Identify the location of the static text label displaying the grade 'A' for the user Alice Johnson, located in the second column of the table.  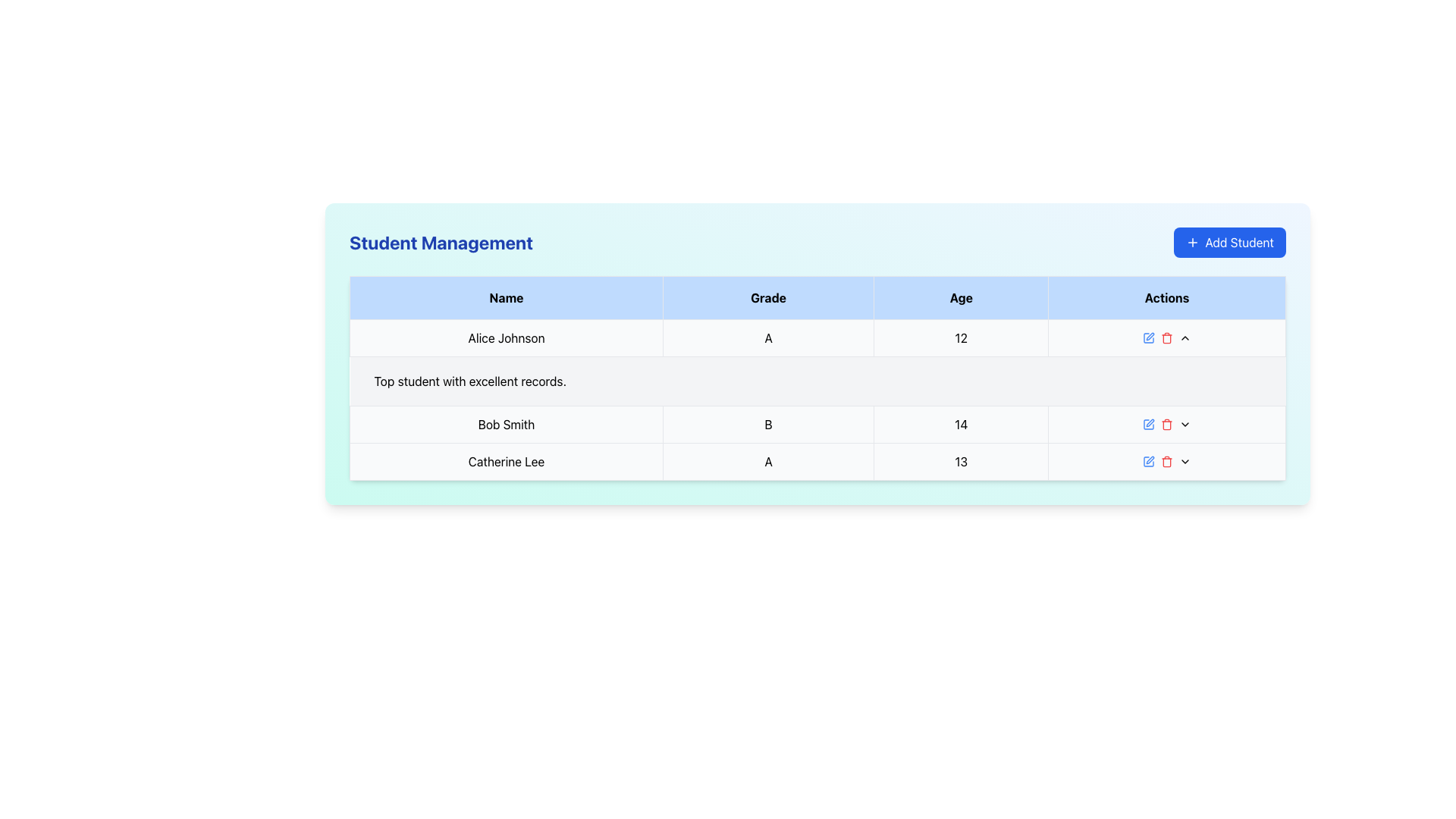
(768, 337).